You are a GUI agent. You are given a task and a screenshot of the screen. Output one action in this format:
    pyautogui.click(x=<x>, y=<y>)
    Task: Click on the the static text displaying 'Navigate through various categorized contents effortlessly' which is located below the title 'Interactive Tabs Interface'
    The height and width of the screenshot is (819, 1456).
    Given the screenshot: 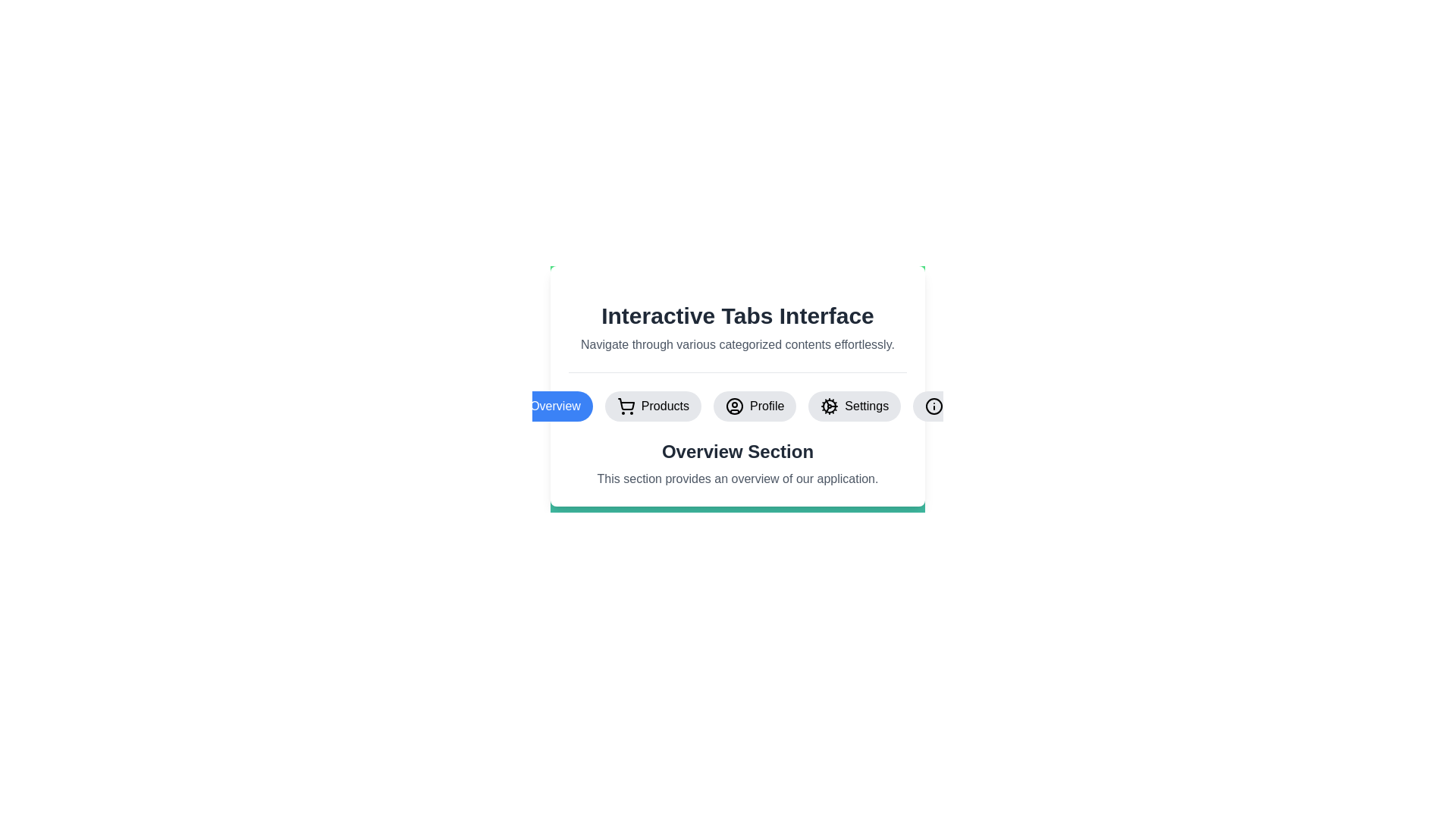 What is the action you would take?
    pyautogui.click(x=738, y=345)
    